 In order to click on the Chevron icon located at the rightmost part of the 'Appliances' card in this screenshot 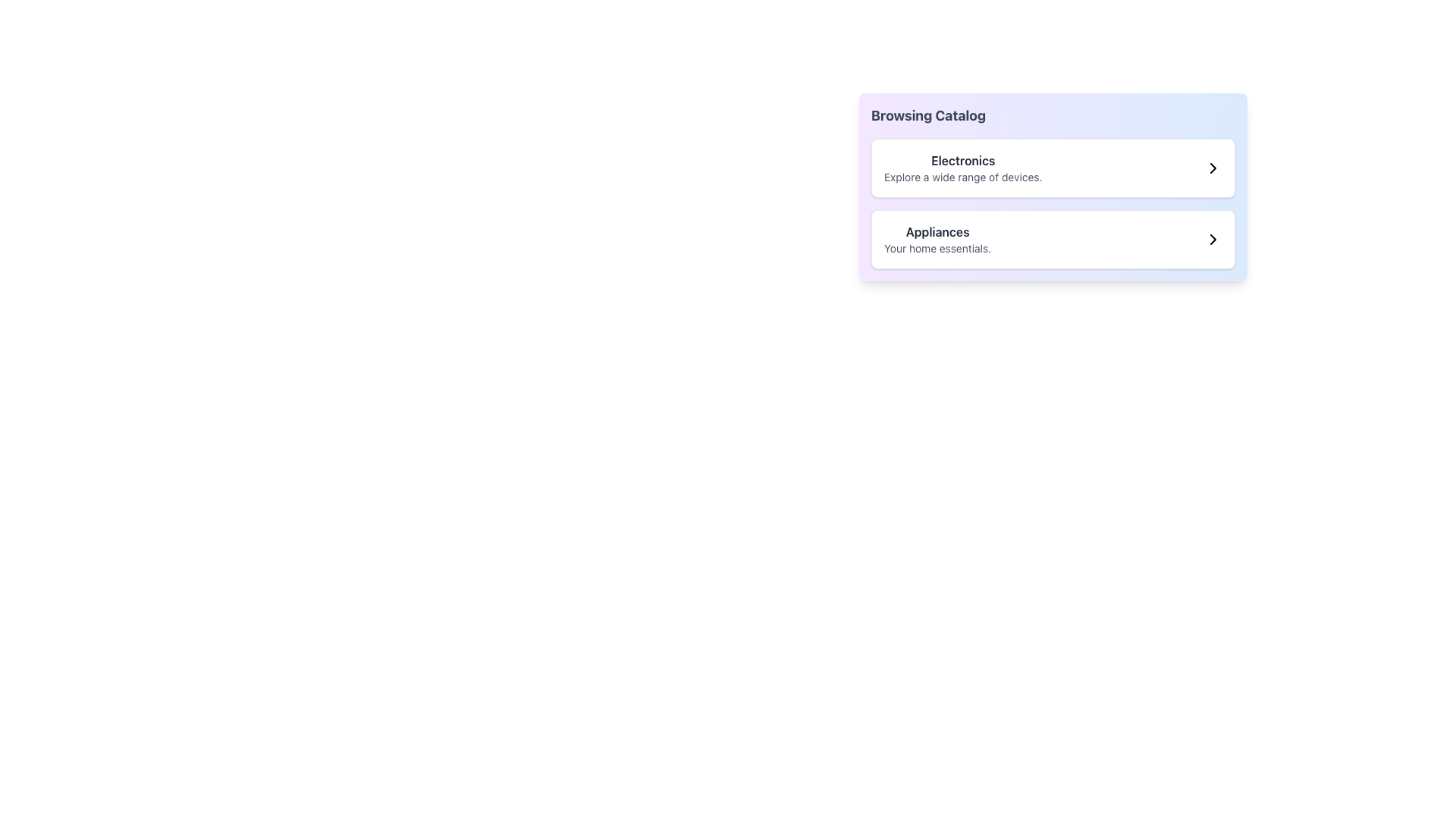, I will do `click(1212, 239)`.